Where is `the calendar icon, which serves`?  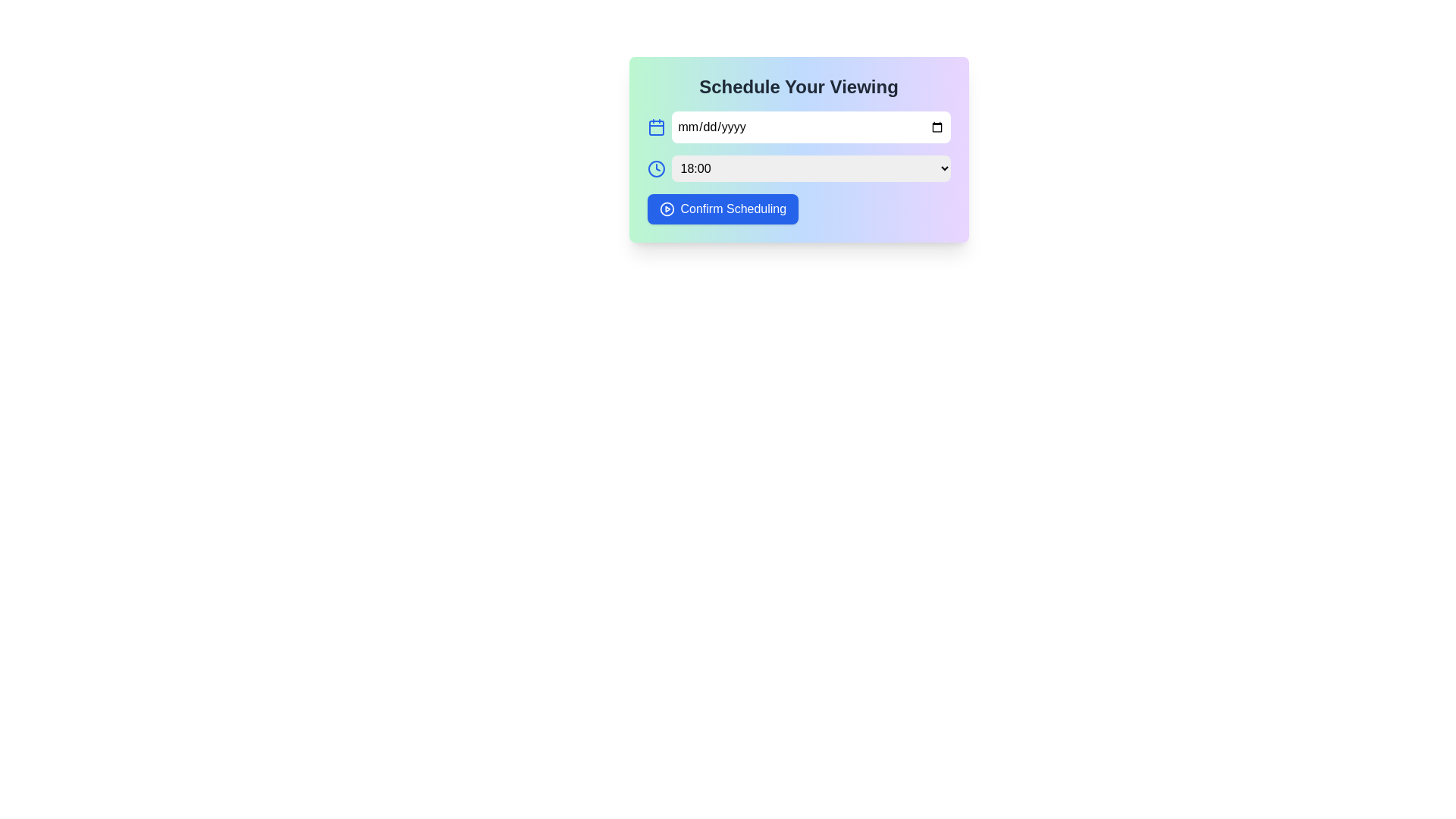 the calendar icon, which serves is located at coordinates (656, 127).